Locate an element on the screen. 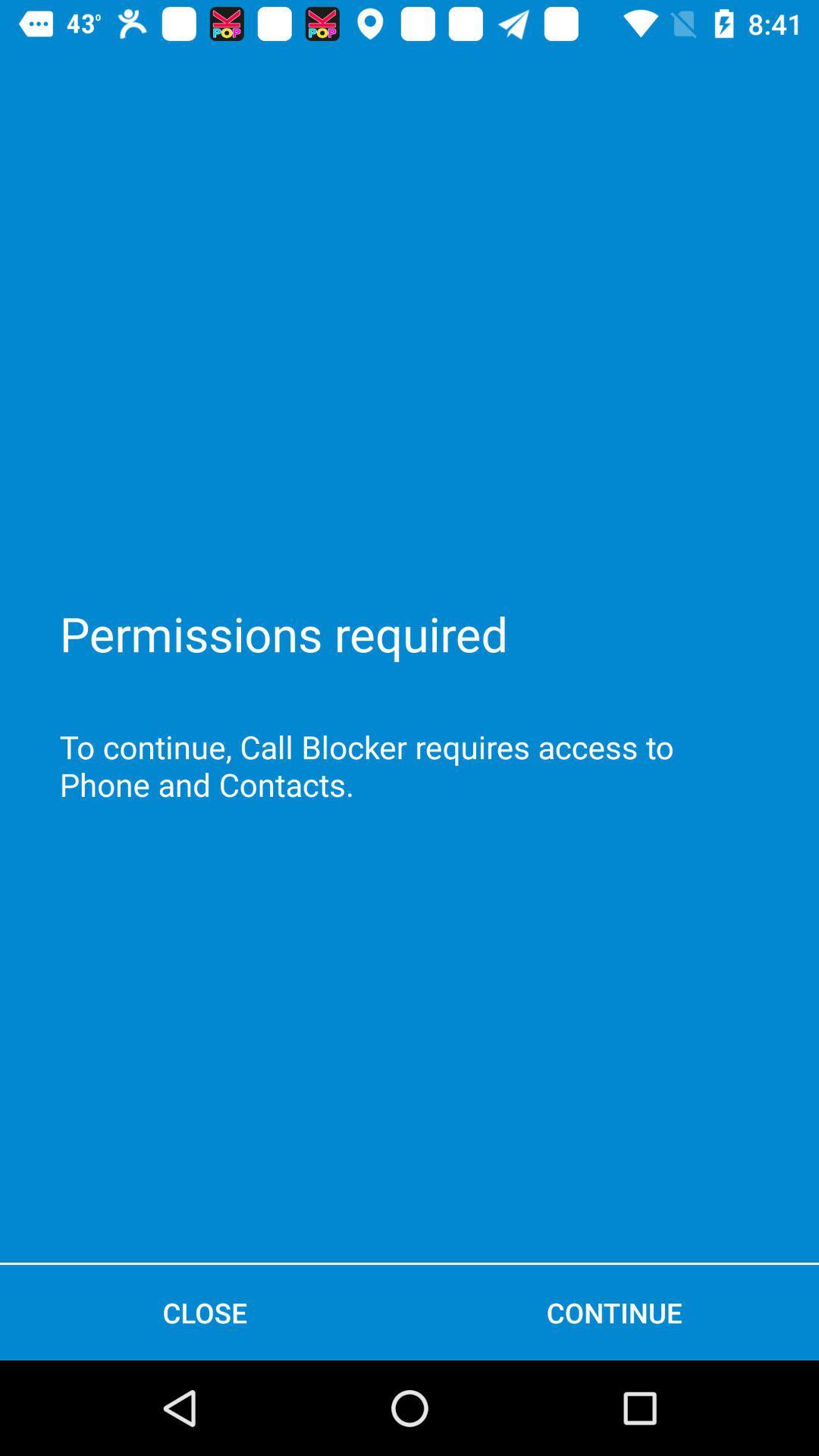  close is located at coordinates (205, 1312).